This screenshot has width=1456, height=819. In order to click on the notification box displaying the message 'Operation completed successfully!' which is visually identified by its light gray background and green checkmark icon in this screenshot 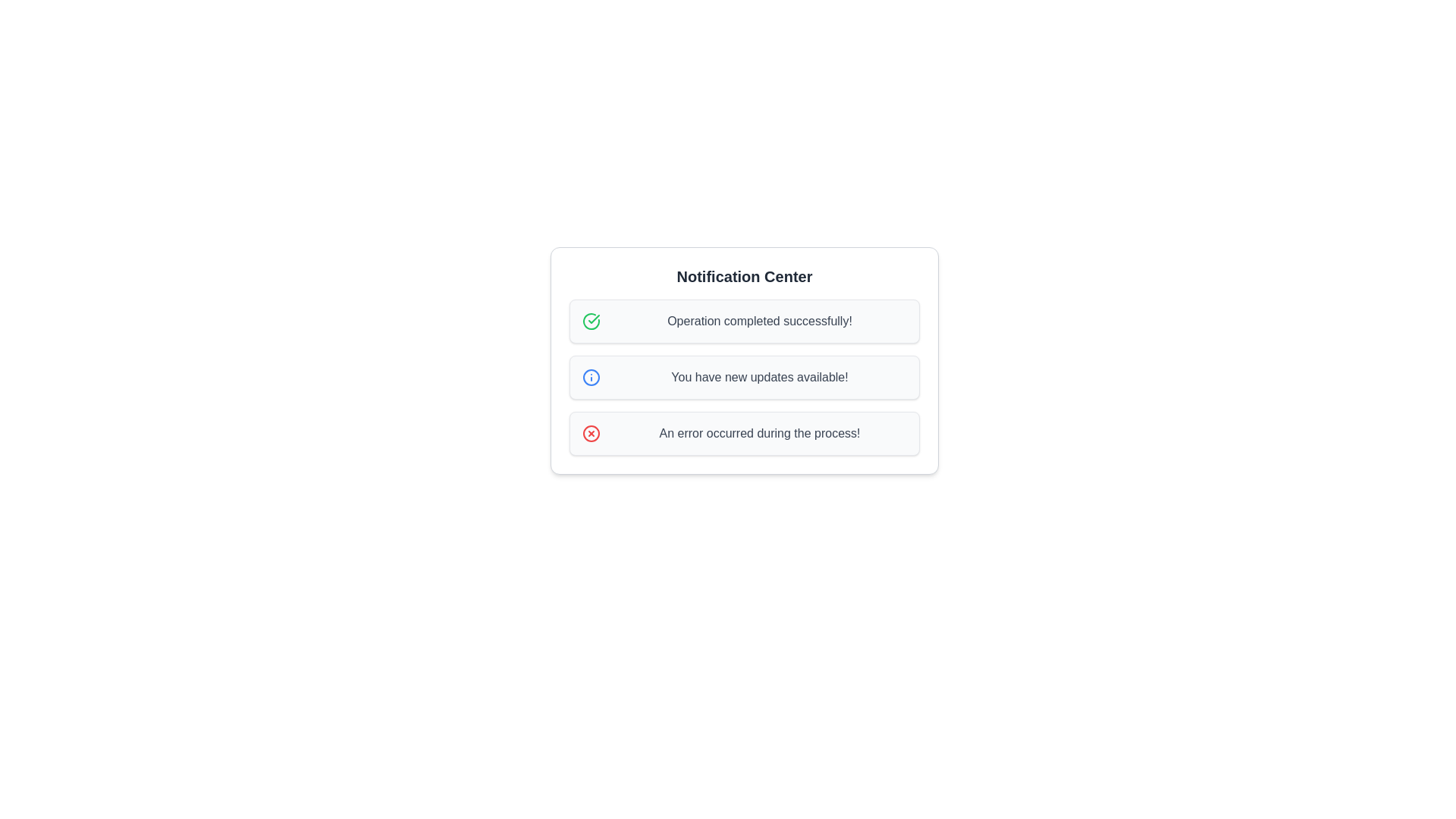, I will do `click(745, 321)`.